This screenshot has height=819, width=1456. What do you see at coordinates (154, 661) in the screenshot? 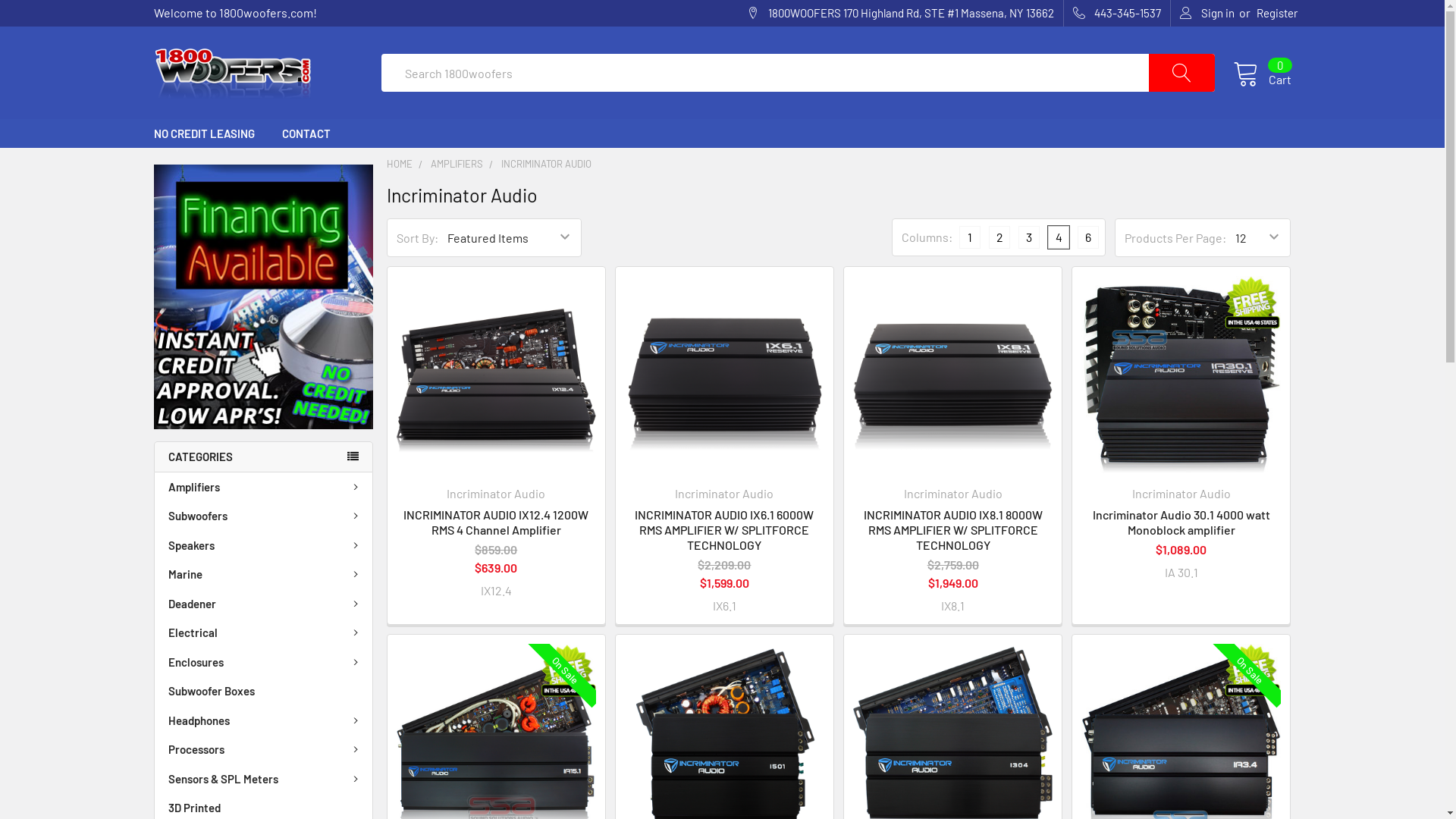
I see `'Enclosures'` at bounding box center [154, 661].